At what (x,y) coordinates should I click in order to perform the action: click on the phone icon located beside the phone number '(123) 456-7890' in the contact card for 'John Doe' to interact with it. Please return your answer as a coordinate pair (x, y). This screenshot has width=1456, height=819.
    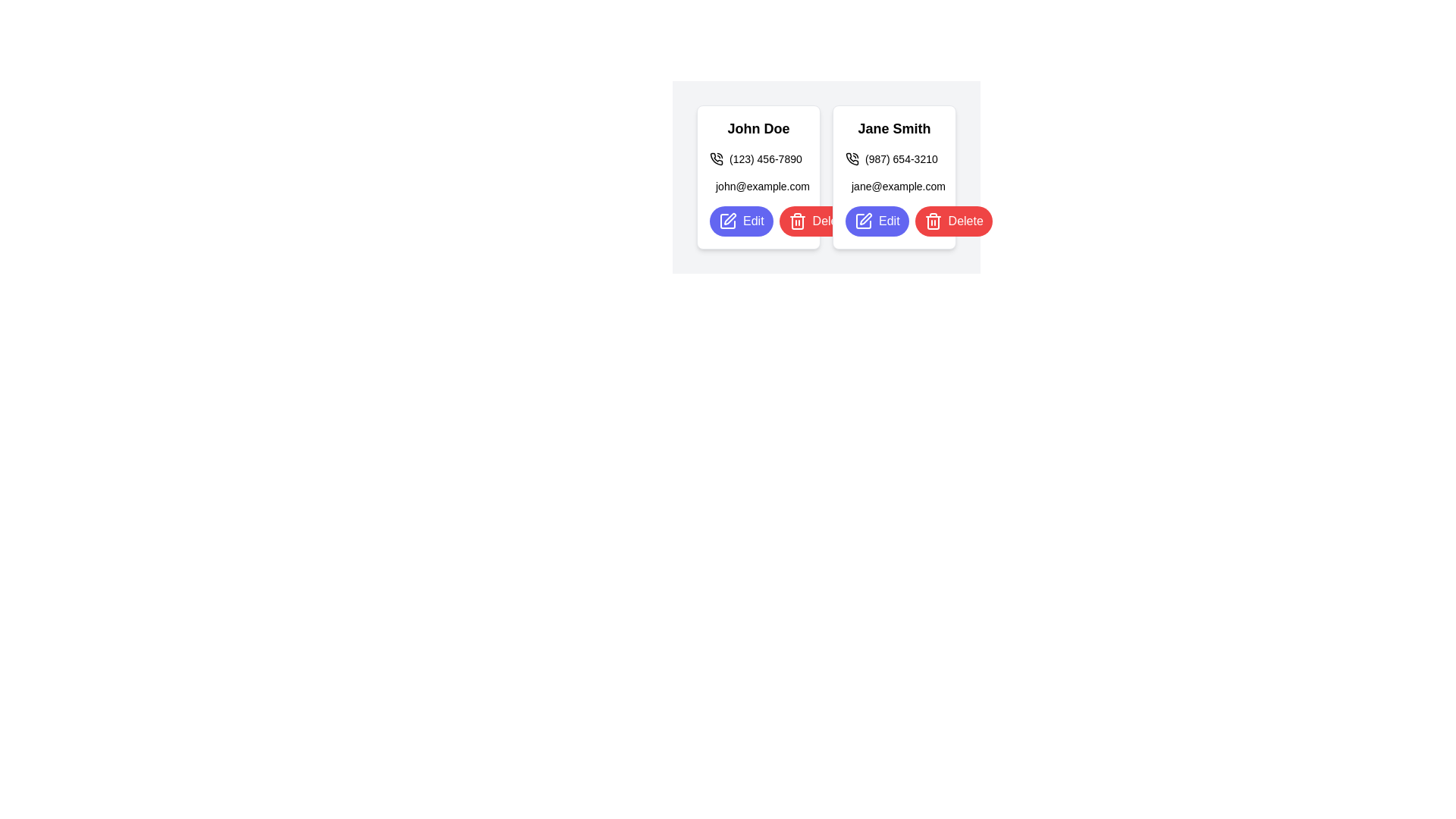
    Looking at the image, I should click on (716, 158).